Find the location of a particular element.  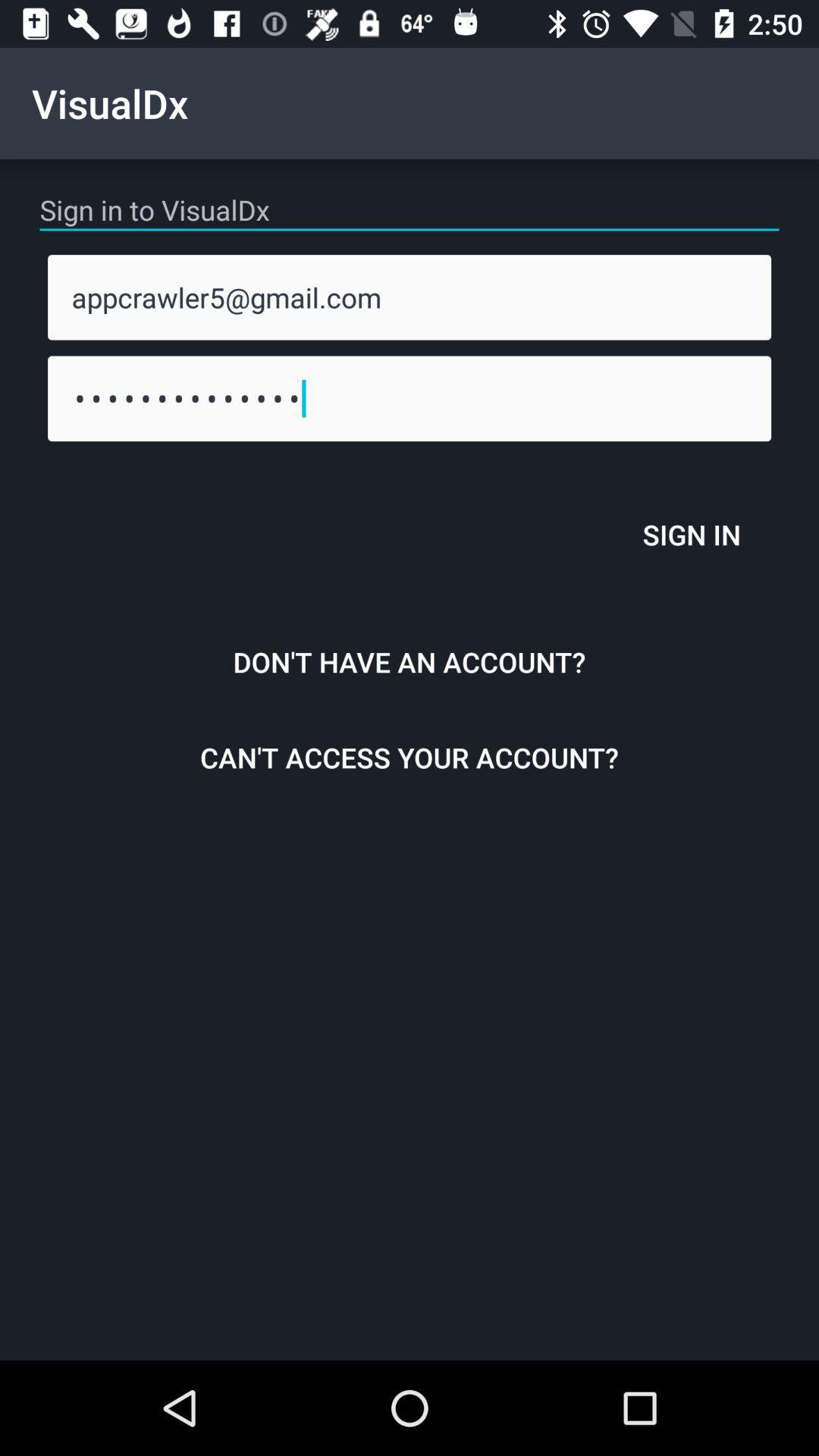

the icon below the appcrawler5@gmail.com icon is located at coordinates (409, 398).